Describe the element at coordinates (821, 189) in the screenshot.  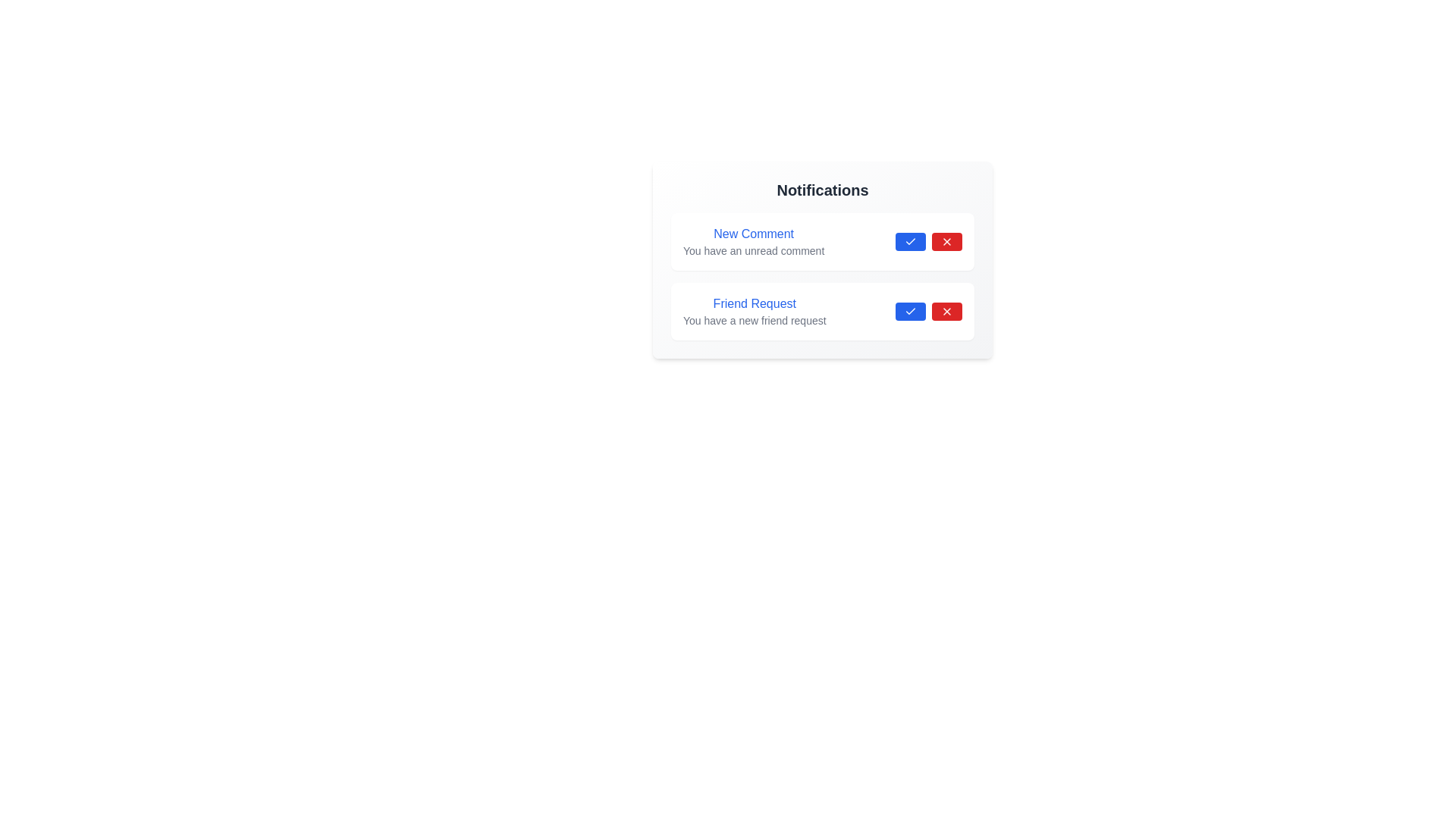
I see `the heading text label located at the top of the notification section card, which is centrally aligned above the 'New Comment' and 'Friend Request' entries` at that location.